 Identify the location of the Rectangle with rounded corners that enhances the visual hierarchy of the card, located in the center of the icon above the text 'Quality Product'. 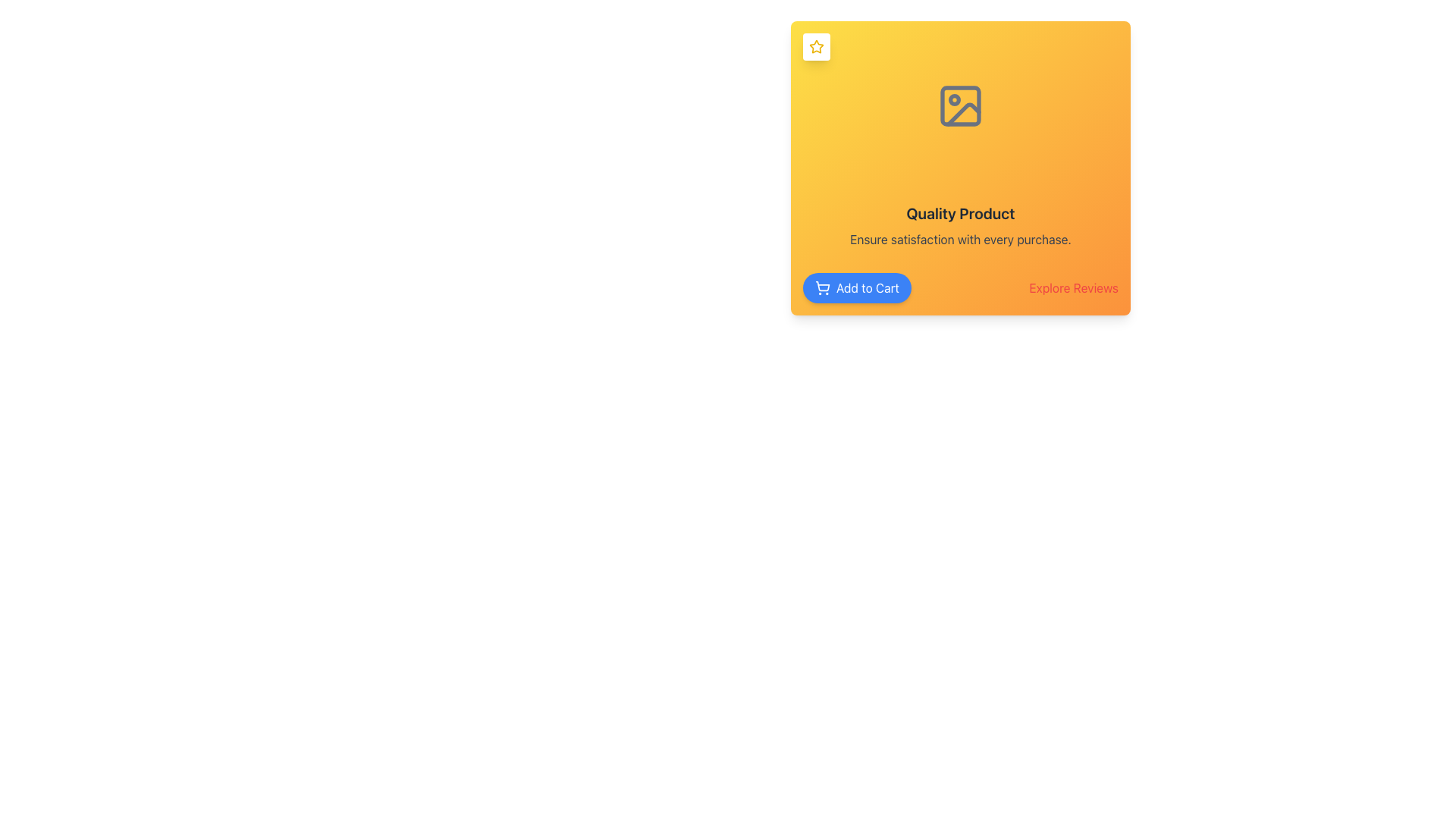
(960, 105).